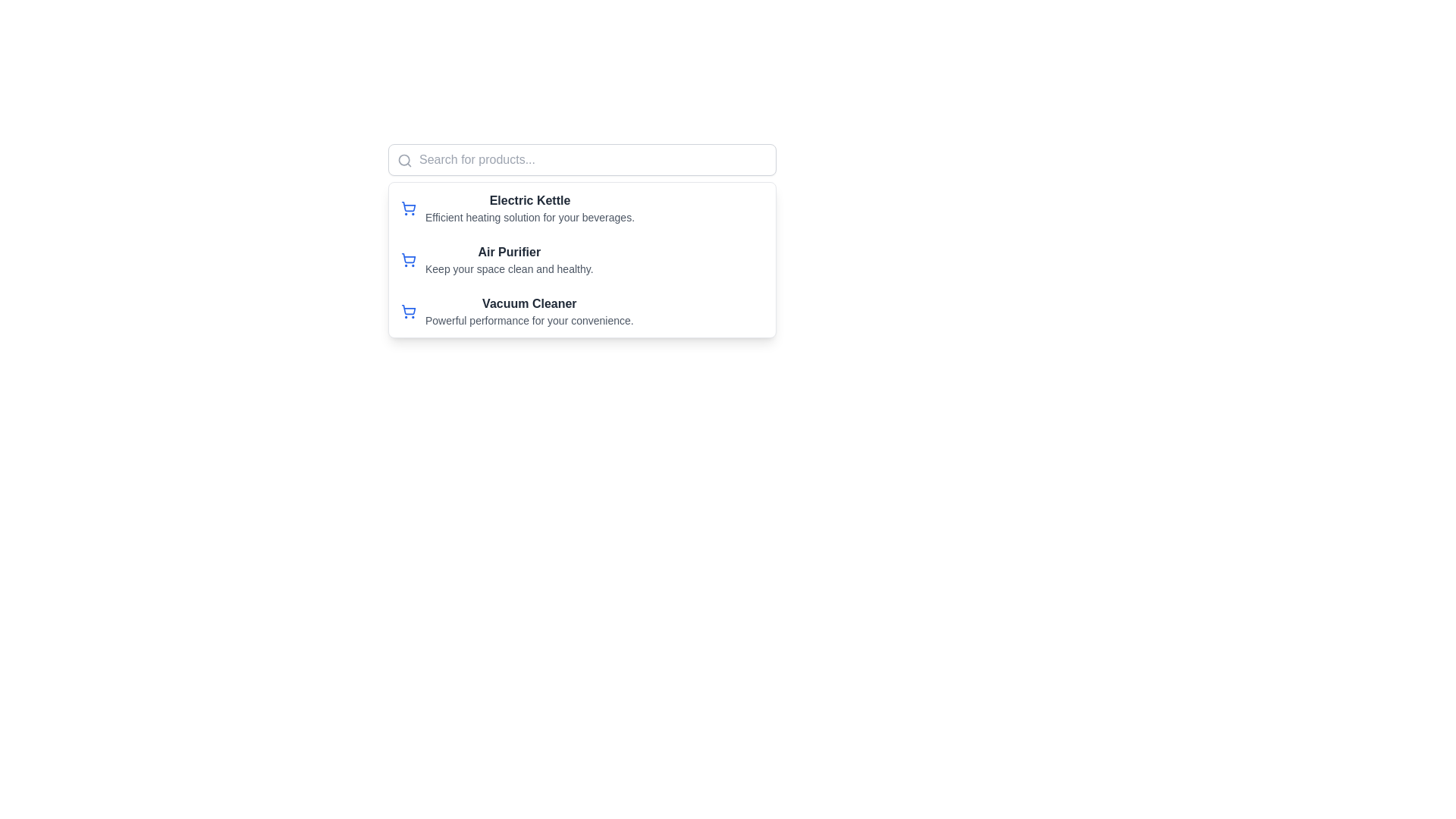  Describe the element at coordinates (582, 311) in the screenshot. I see `the third list item in the dropdown menu that displays product details for 'Vacuum Cleaner'` at that location.